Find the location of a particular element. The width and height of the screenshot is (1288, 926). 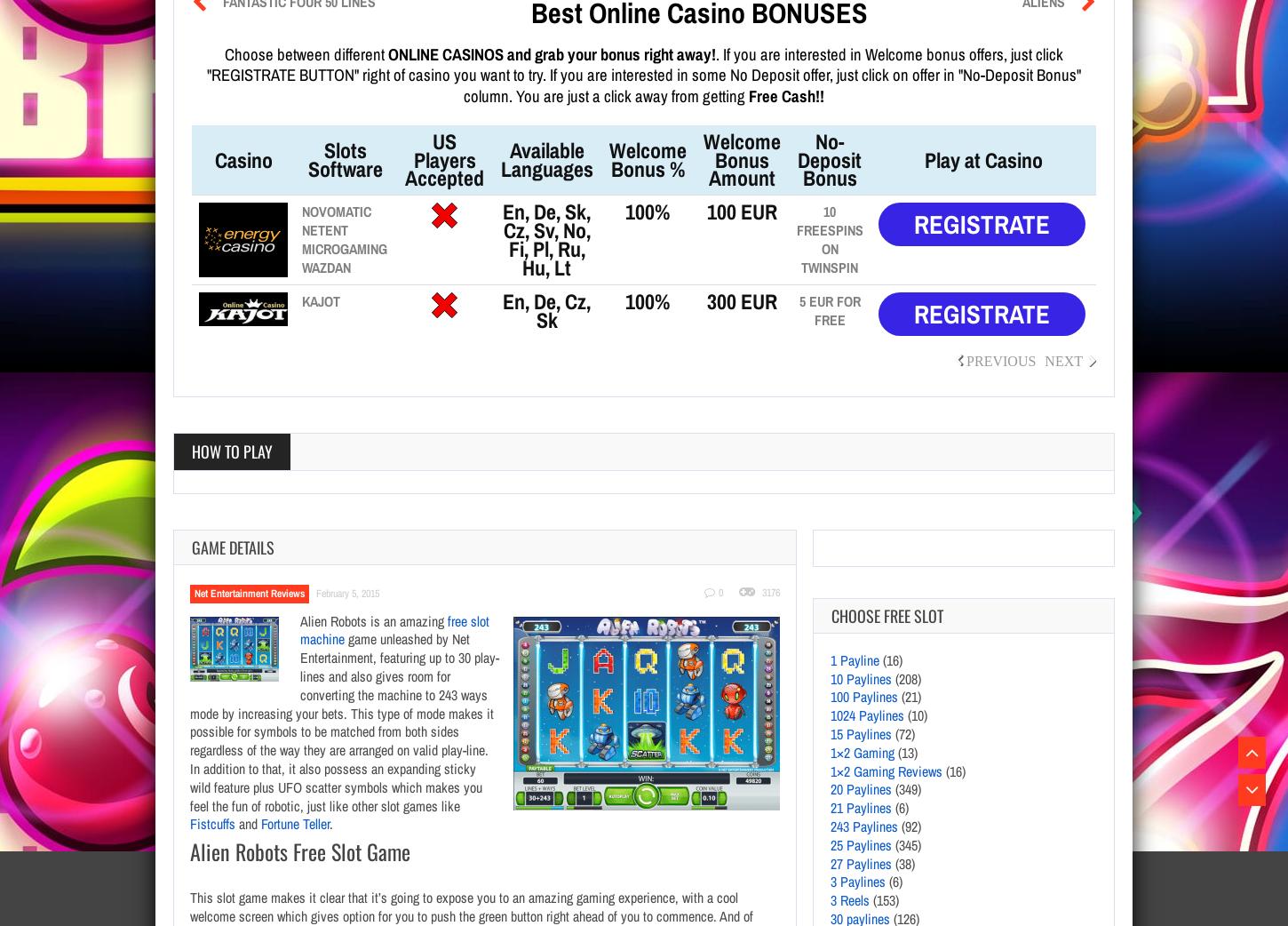

'Available Languages' is located at coordinates (545, 158).